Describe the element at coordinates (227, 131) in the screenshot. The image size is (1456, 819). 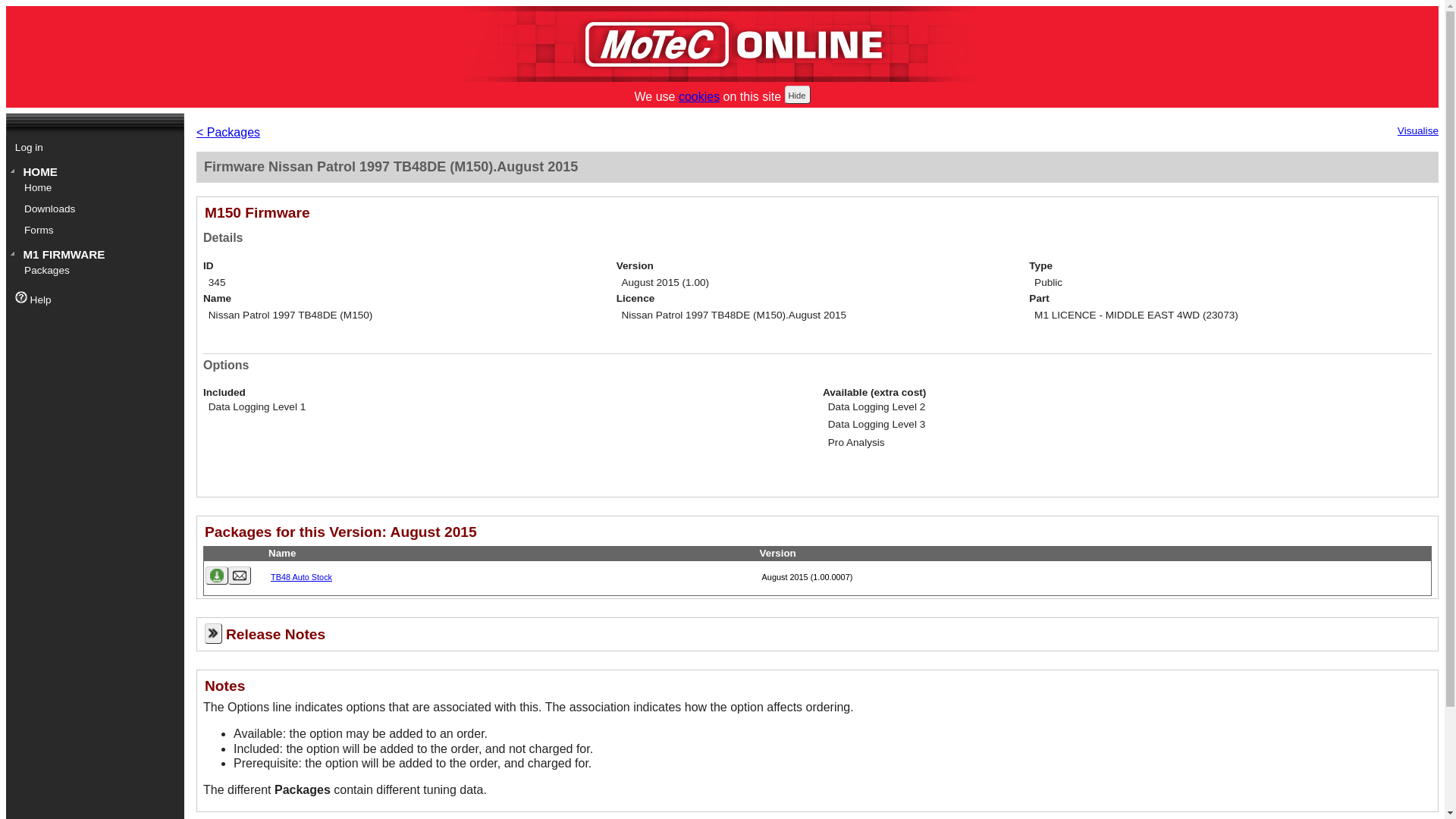
I see `'< Packages'` at that location.